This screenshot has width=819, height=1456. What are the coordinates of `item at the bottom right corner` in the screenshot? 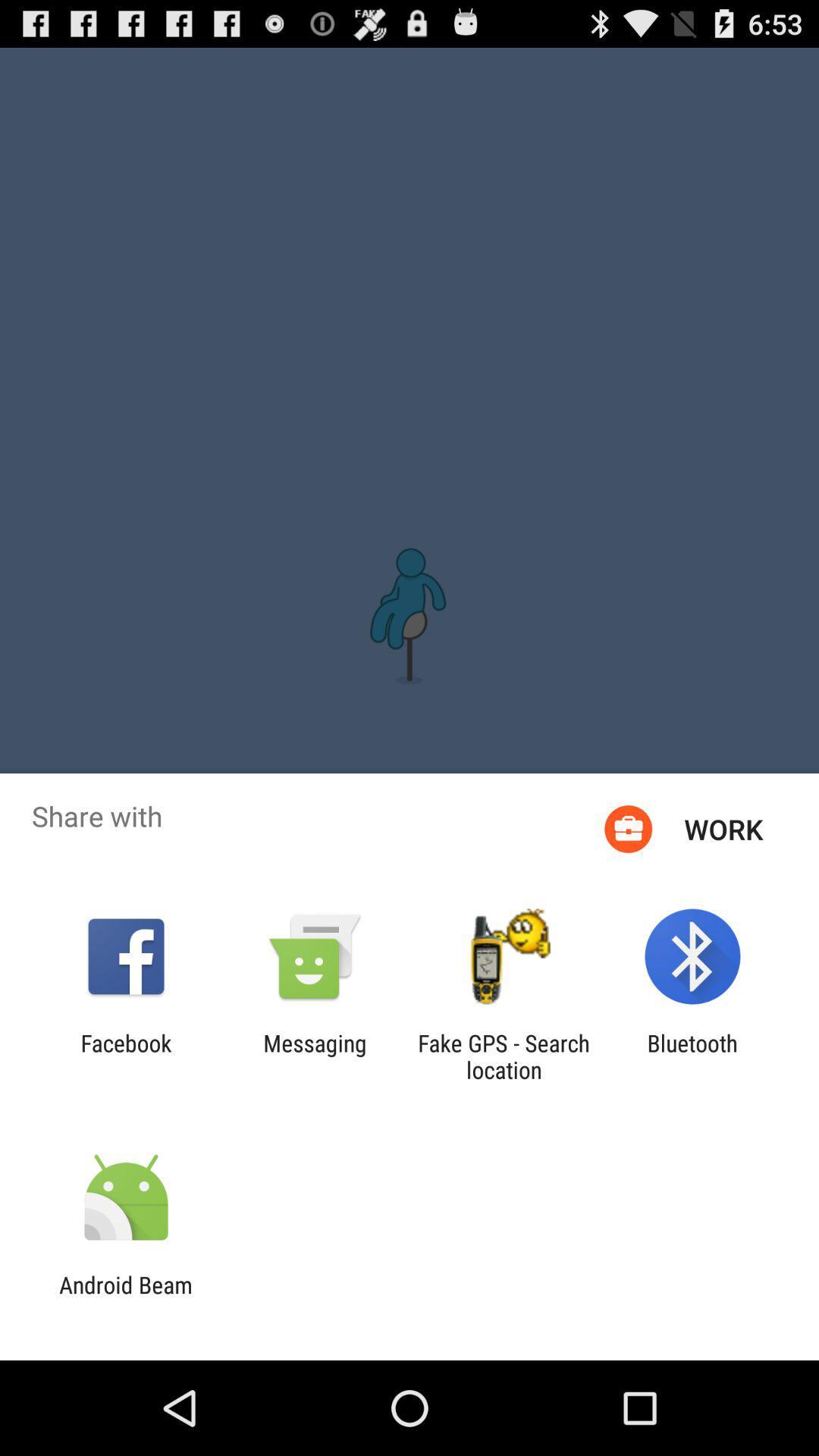 It's located at (692, 1056).